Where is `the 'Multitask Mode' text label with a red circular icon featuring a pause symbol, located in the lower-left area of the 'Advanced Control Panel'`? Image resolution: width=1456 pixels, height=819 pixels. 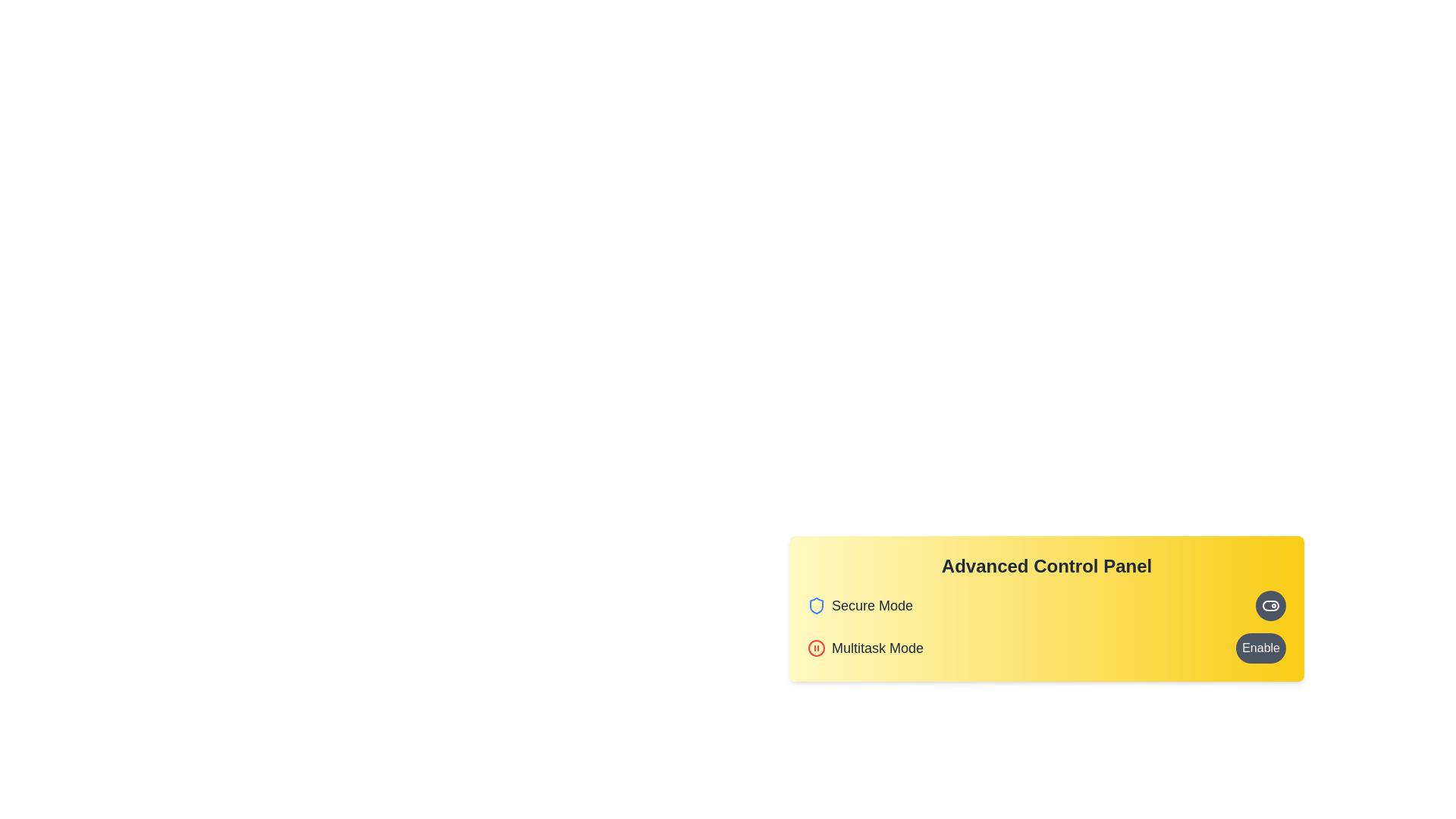 the 'Multitask Mode' text label with a red circular icon featuring a pause symbol, located in the lower-left area of the 'Advanced Control Panel' is located at coordinates (865, 648).